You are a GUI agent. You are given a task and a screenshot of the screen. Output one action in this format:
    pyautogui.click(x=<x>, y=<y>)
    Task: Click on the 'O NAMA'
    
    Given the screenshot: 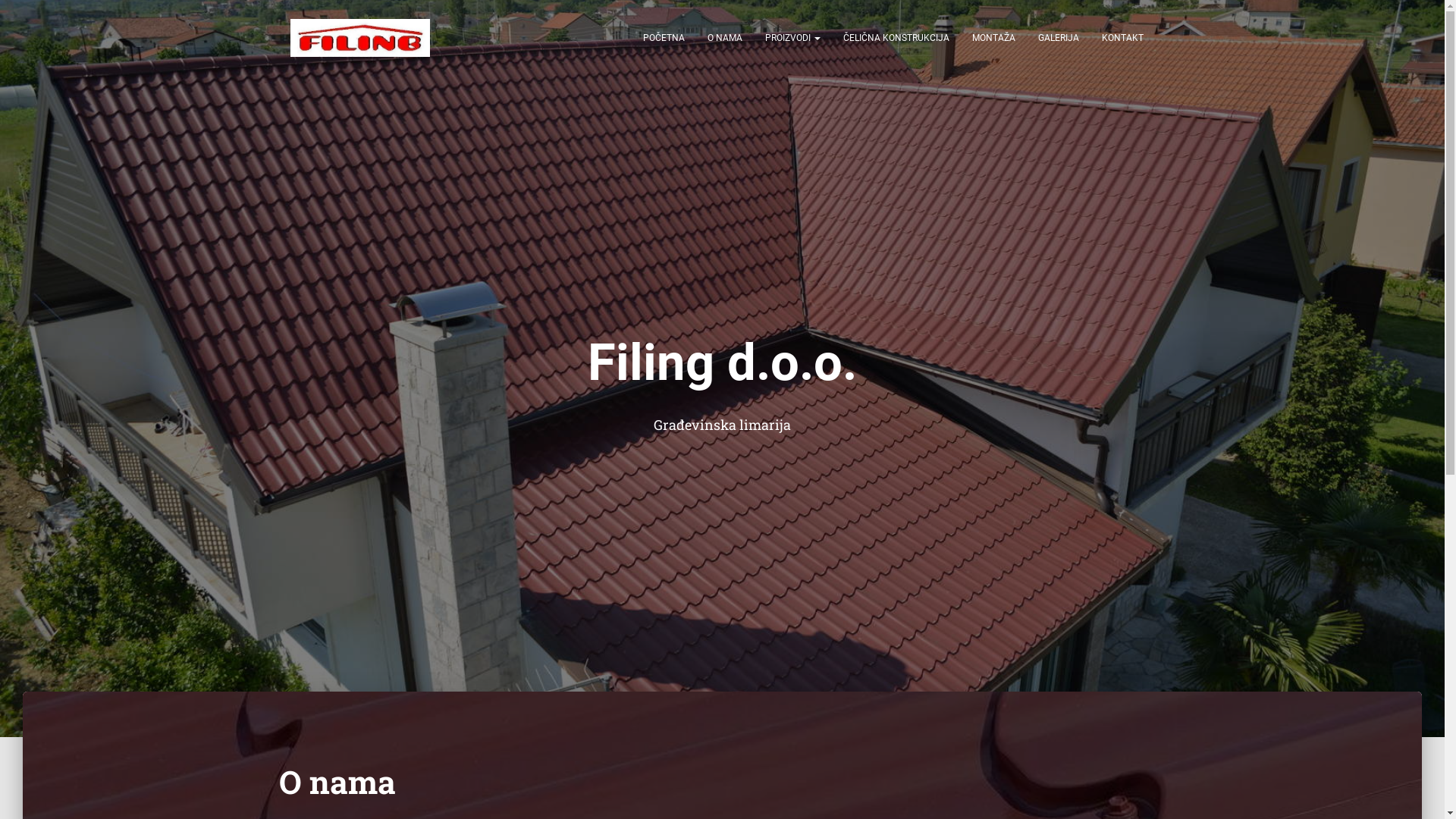 What is the action you would take?
    pyautogui.click(x=723, y=37)
    